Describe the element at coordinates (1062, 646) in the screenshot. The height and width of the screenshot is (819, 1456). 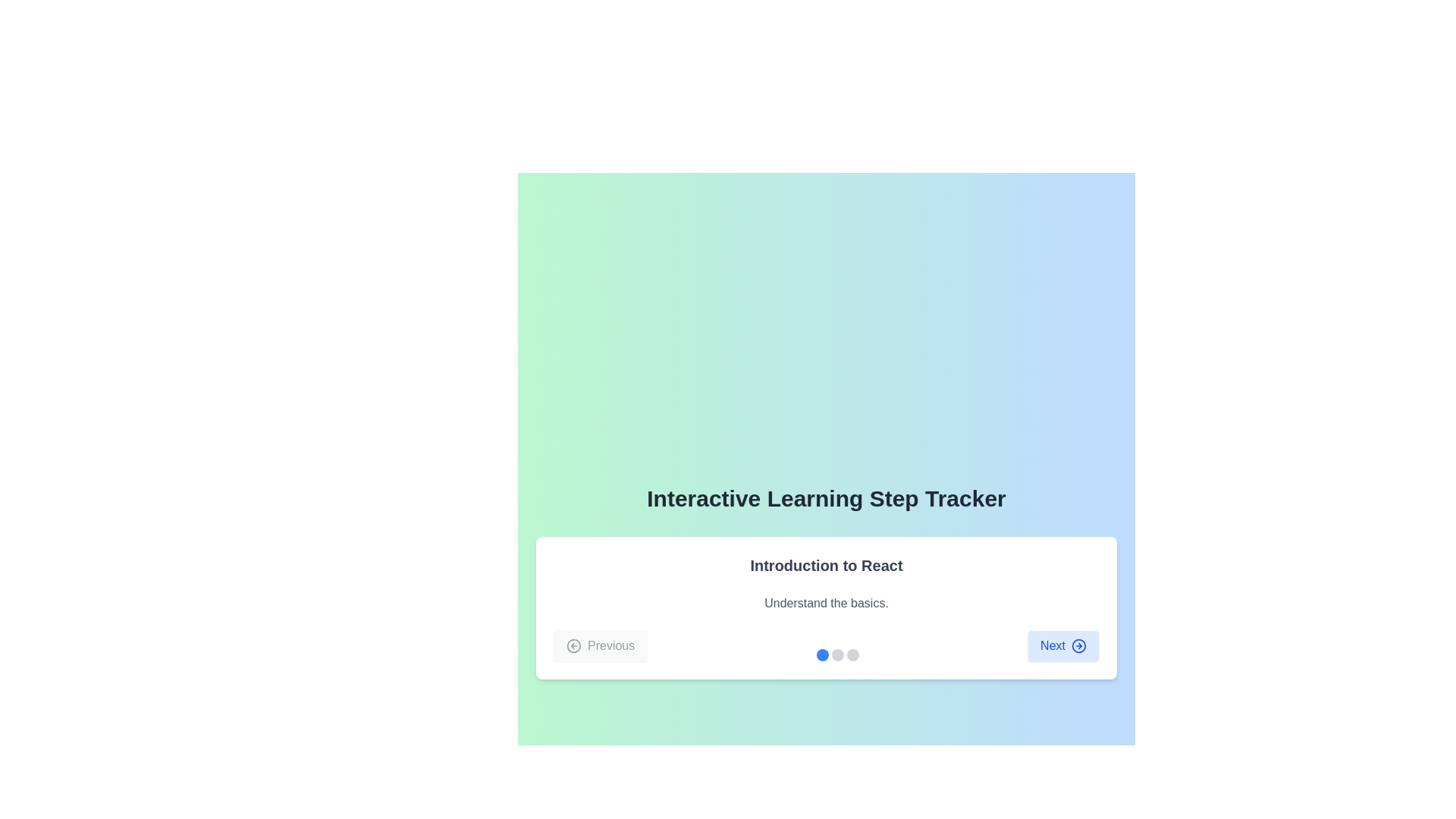
I see `the 'Next' button with keyboard navigation` at that location.